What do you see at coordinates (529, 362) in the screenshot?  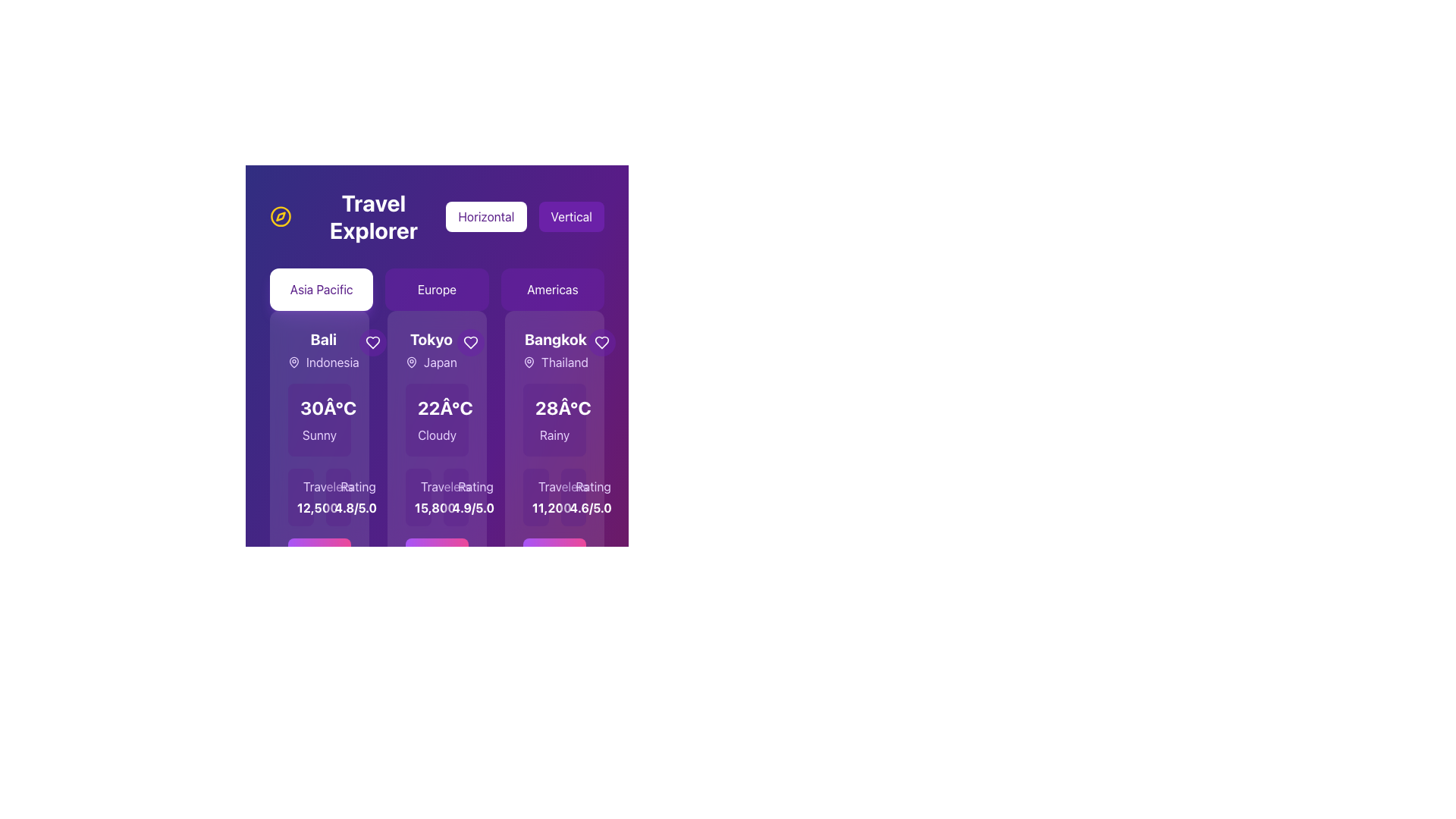 I see `the SVG graphical icon representing the location marker associated with 'Thailand', which is positioned to the left of the 'Thailand' text in the 'Bangkok' column under the 'Asia Pacific' section` at bounding box center [529, 362].